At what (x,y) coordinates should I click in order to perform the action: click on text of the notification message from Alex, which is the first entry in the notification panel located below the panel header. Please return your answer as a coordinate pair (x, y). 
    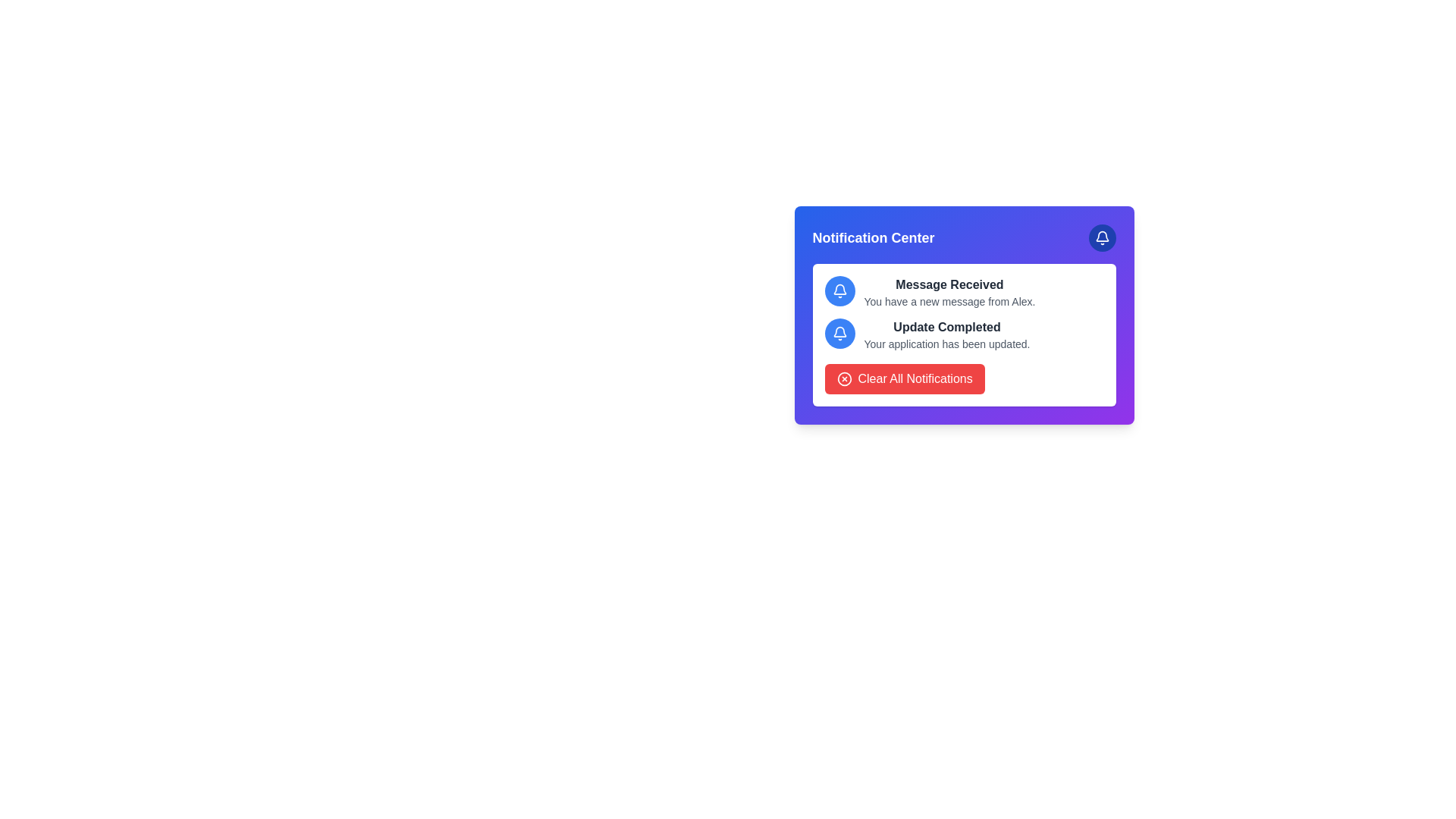
    Looking at the image, I should click on (949, 292).